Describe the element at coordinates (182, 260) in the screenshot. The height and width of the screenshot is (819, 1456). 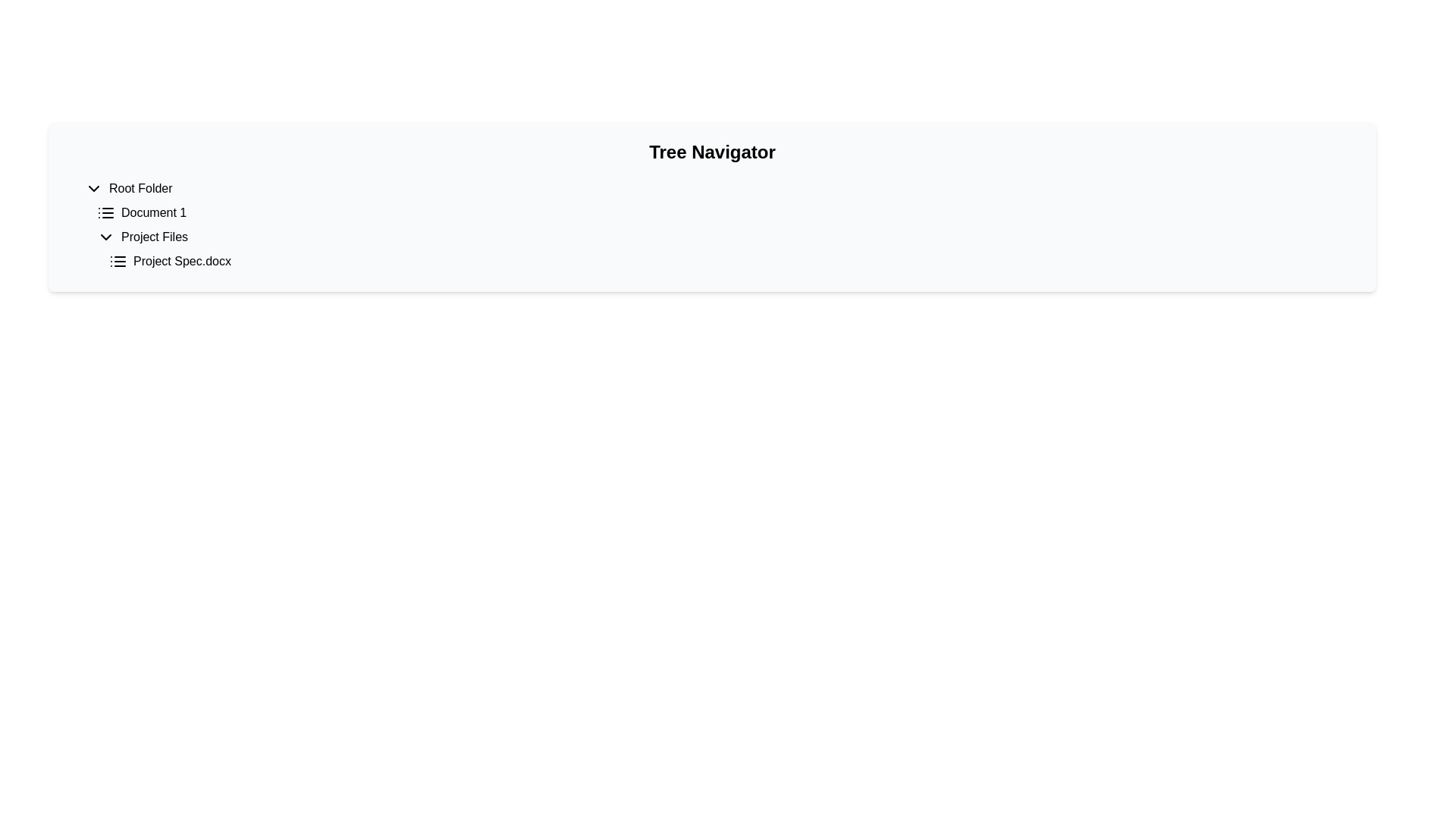
I see `the file name displayed in the text label 'Project Spec.docx', which is located in the file explorer tree beneath the 'Project Files' directory` at that location.